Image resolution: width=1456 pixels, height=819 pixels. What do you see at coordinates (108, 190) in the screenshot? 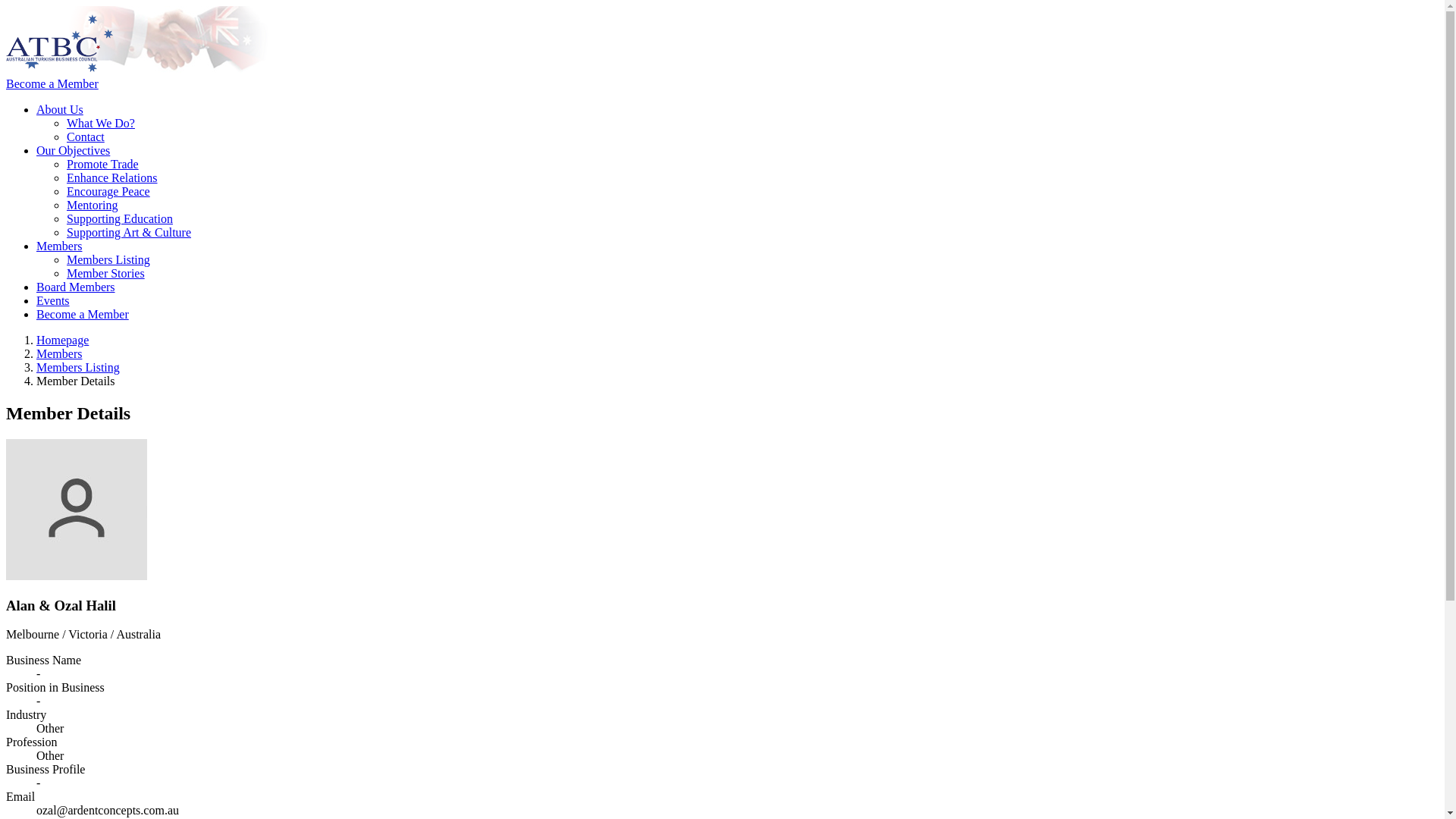
I see `'Encourage Peace'` at bounding box center [108, 190].